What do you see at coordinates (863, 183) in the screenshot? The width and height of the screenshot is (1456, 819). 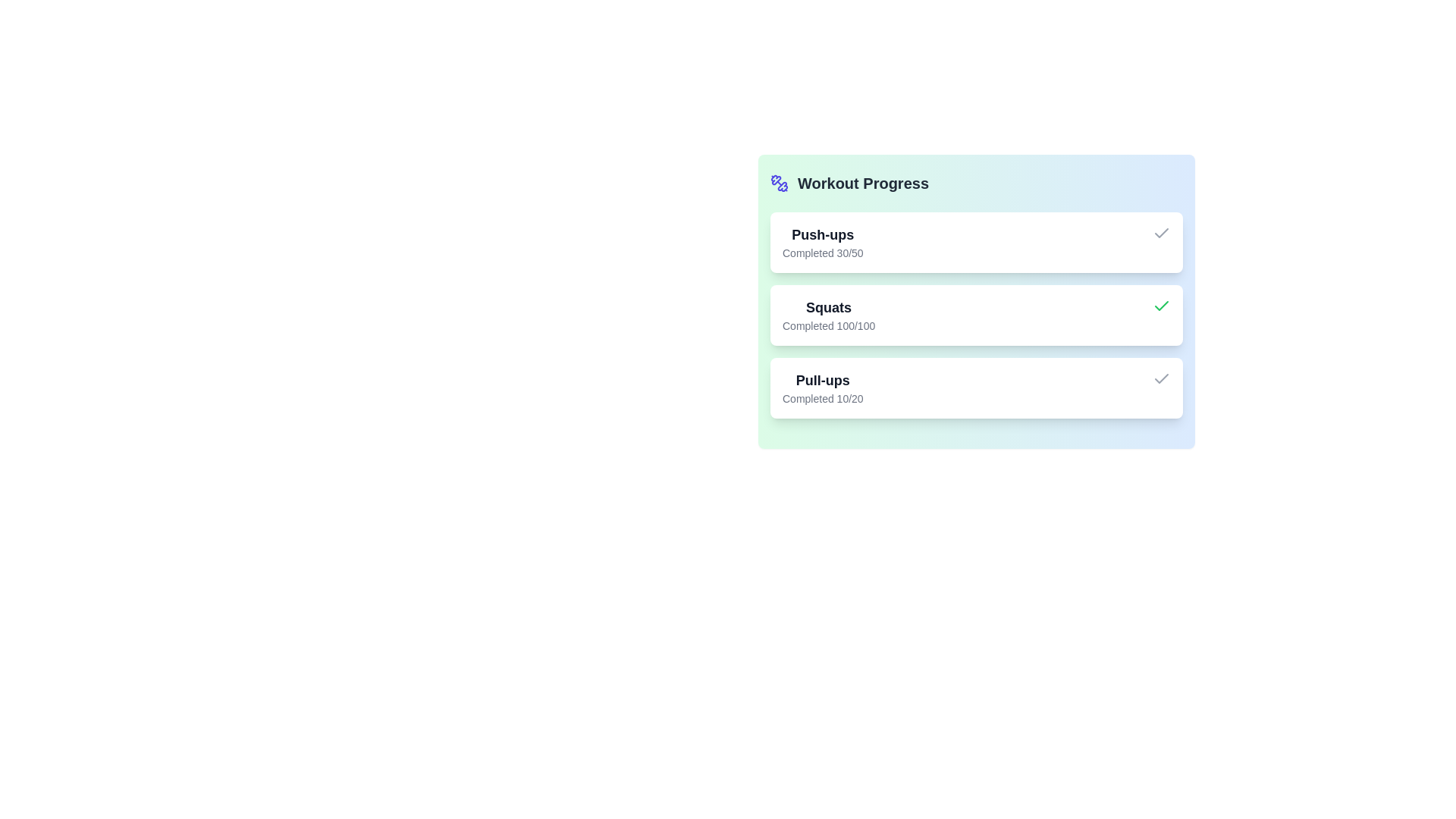 I see `the static text heading labeled 'Workout Progress', which is prominently displayed in a large dark gray font within a distinct panel` at bounding box center [863, 183].